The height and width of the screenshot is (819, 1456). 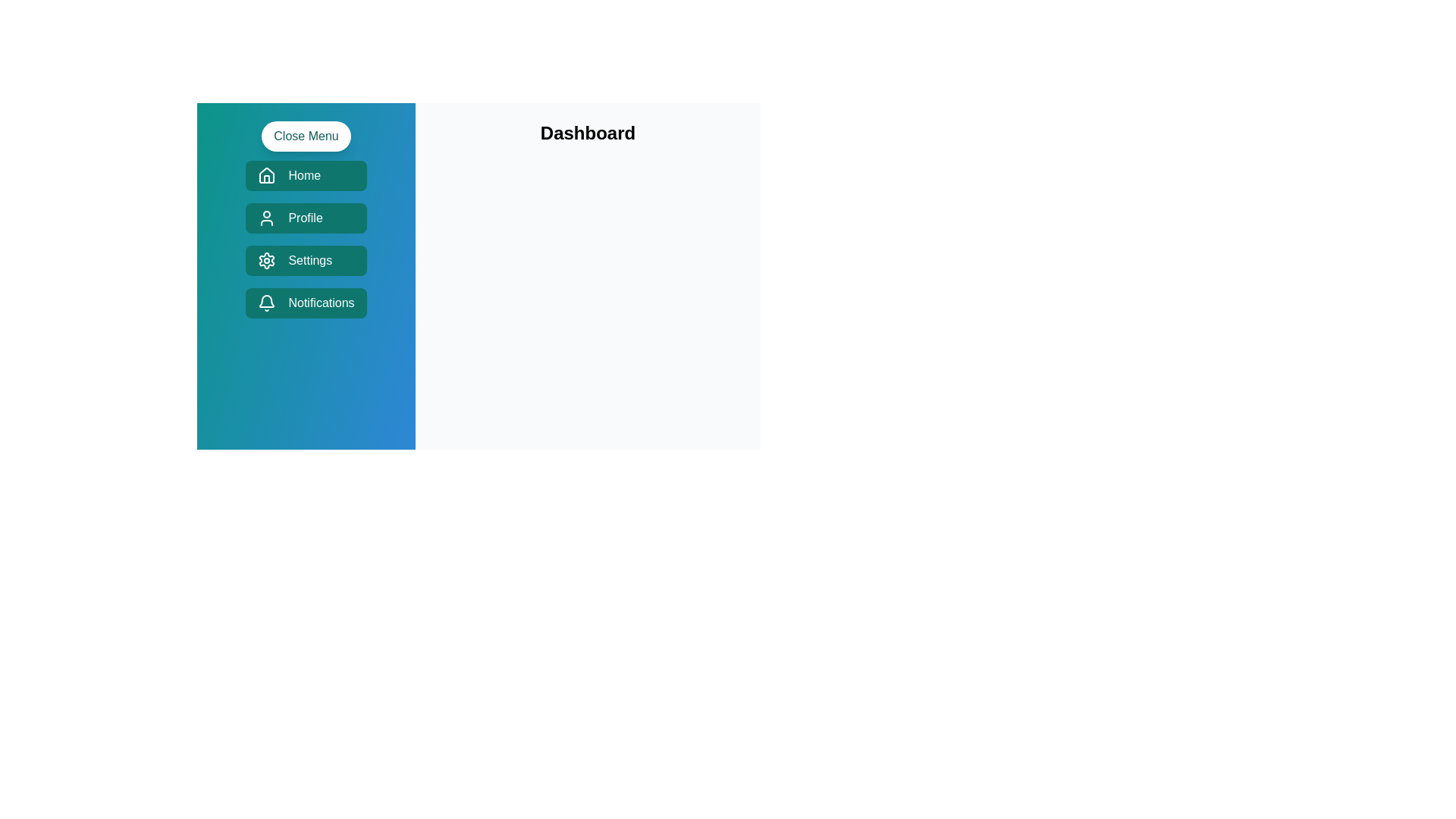 What do you see at coordinates (305, 239) in the screenshot?
I see `keyboard navigation` at bounding box center [305, 239].